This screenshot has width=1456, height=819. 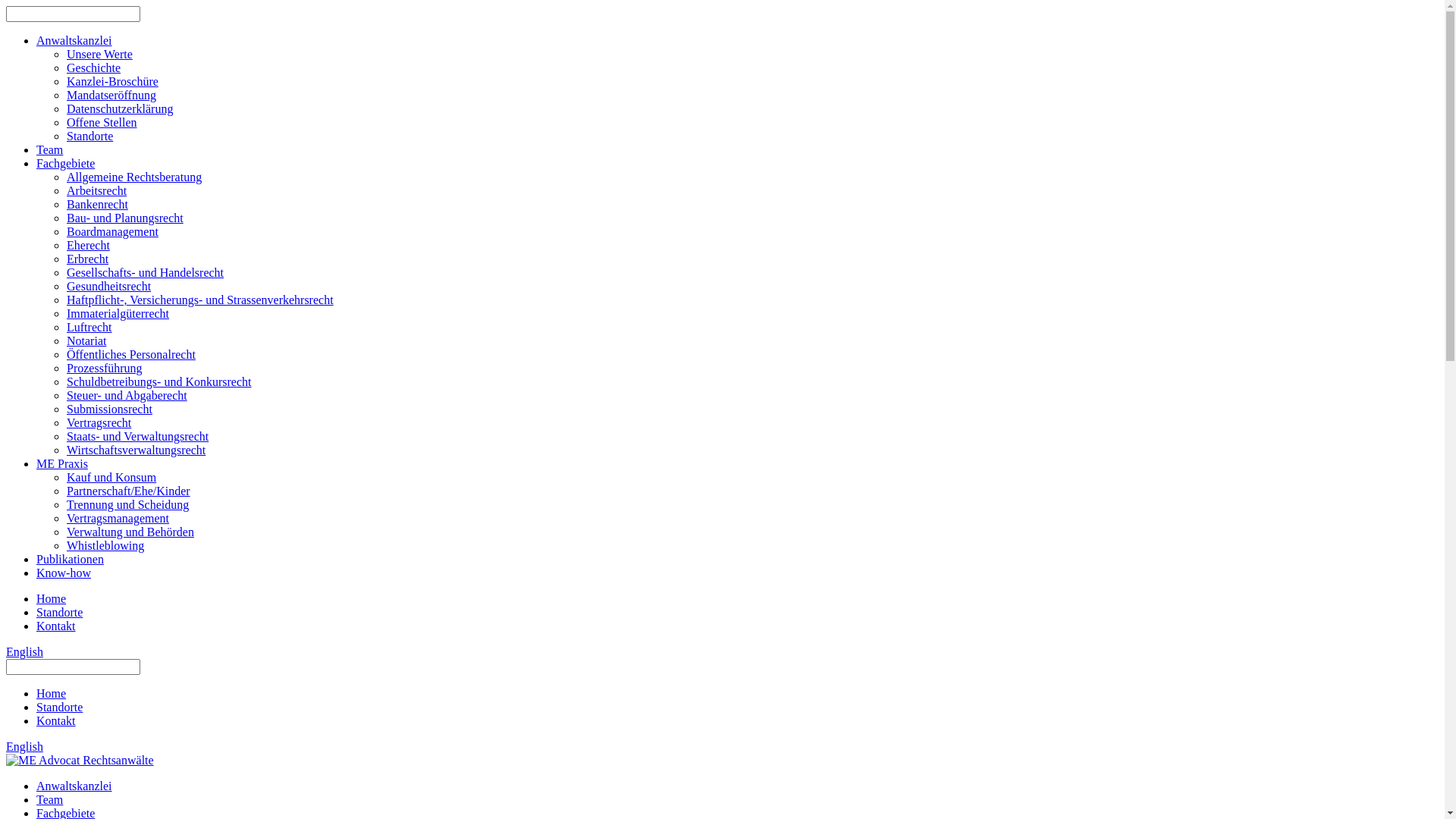 I want to click on 'Offene Stellen', so click(x=101, y=121).